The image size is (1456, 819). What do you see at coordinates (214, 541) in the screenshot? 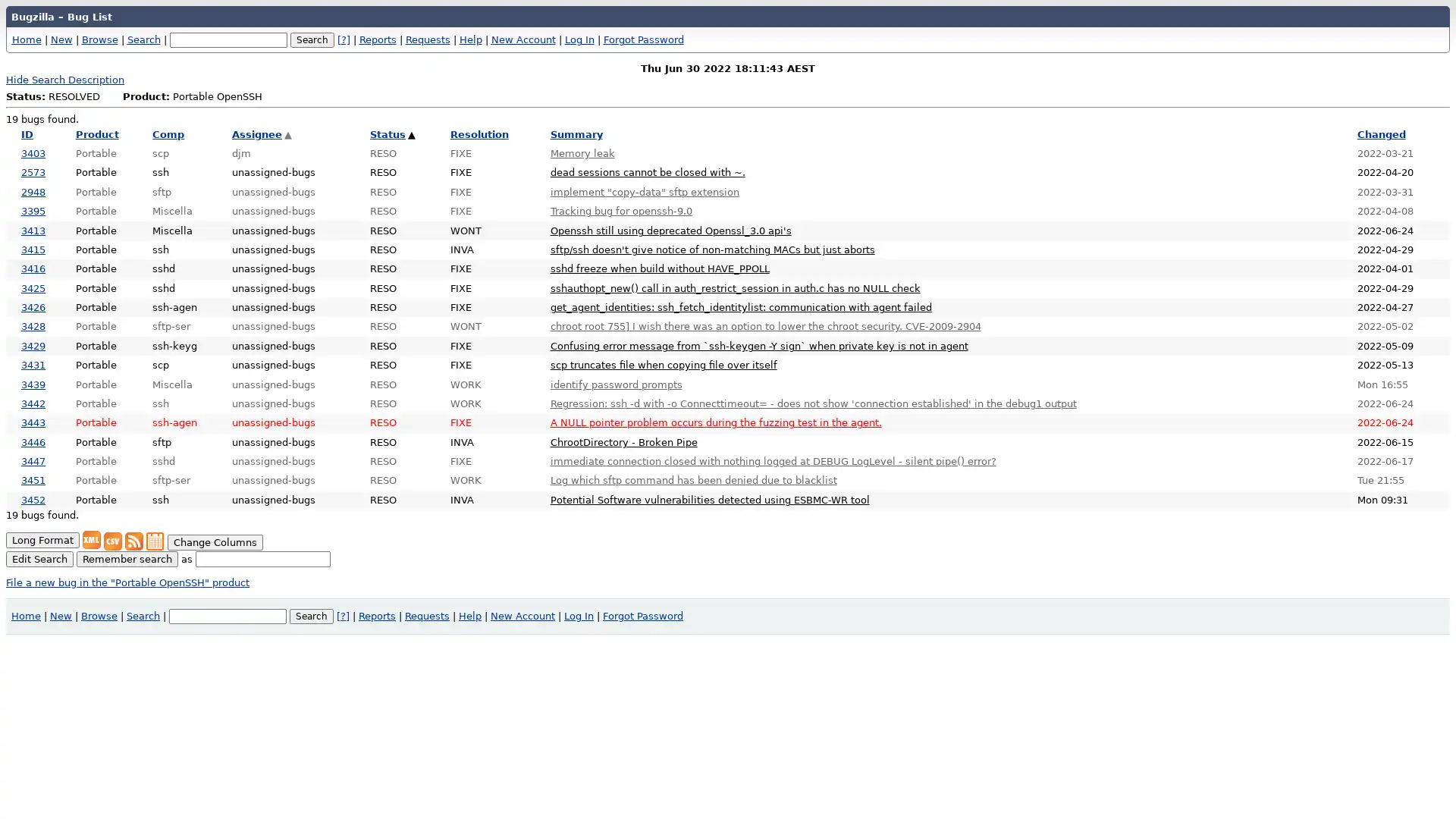
I see `Change Columns` at bounding box center [214, 541].